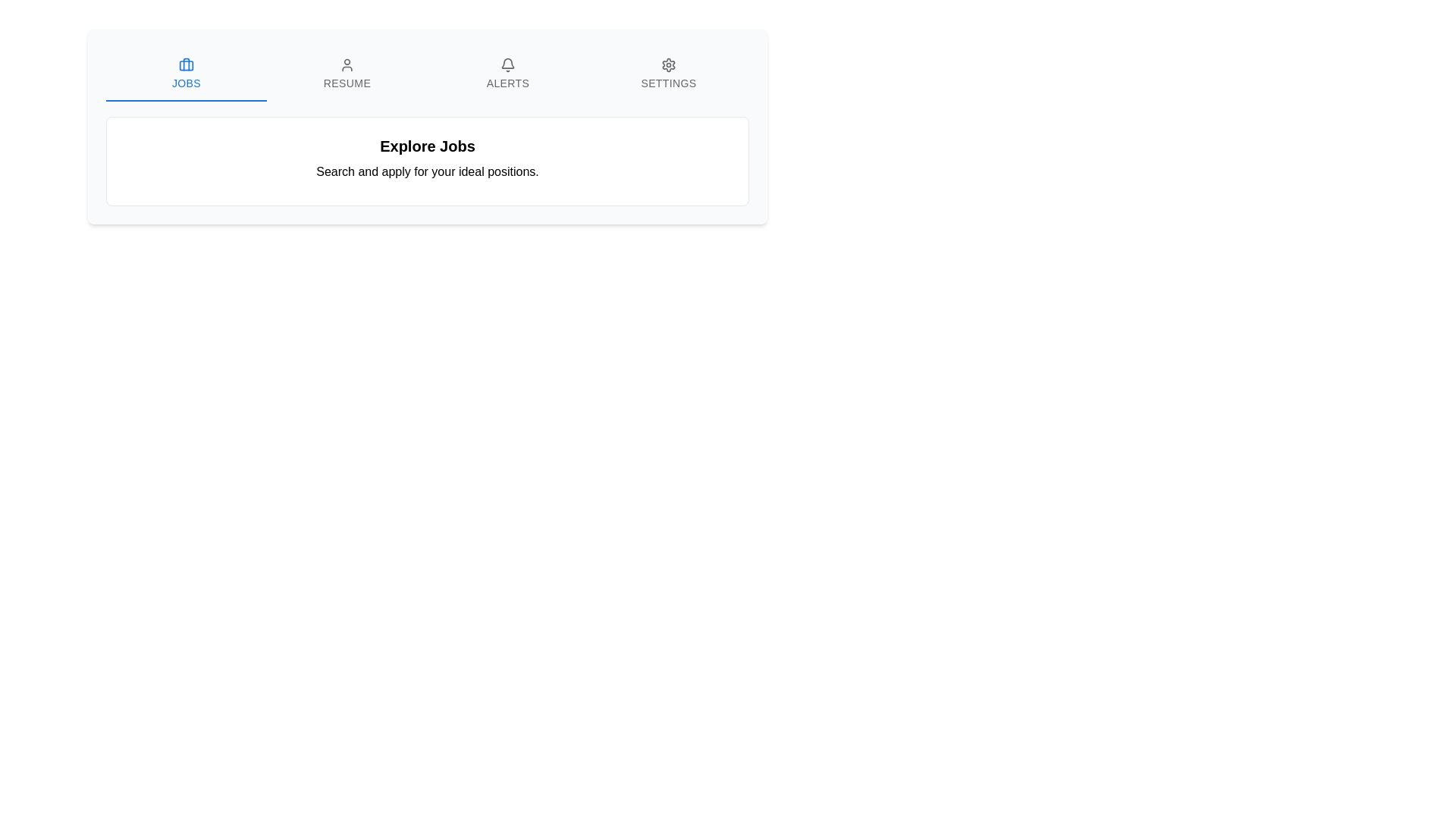 The height and width of the screenshot is (819, 1456). Describe the element at coordinates (427, 146) in the screenshot. I see `the bold text phrase 'Explore Jobs' that is prominently displayed above the description text 'Search and apply for your ideal positions.'` at that location.